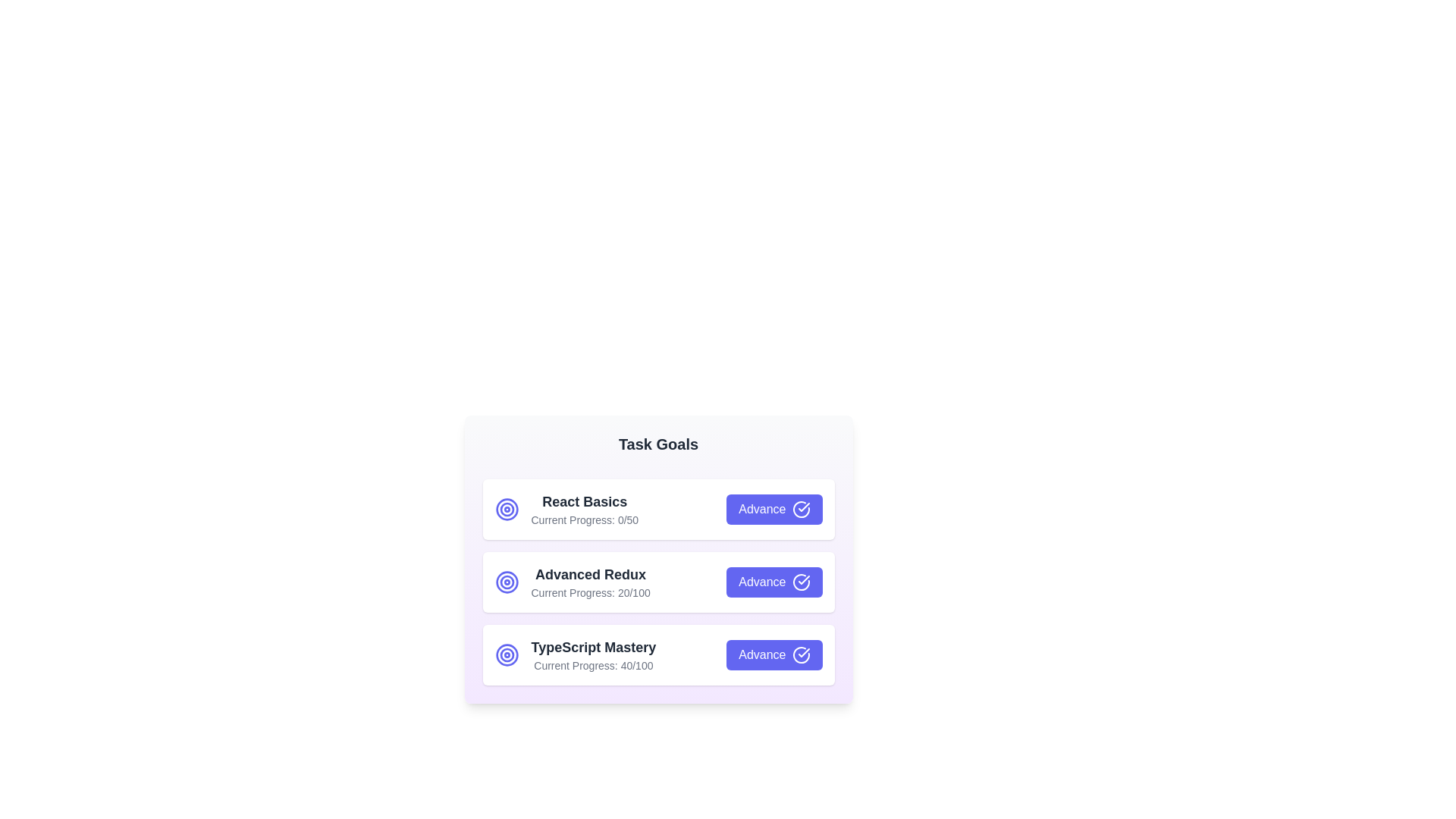 Image resolution: width=1456 pixels, height=819 pixels. I want to click on the Text display area that shows the title and progress of 'TypeScript Mastery', which is the third element in the 'Task Goals' card, located between 'Advanced Redux' and the 'Advance' button, so click(574, 654).